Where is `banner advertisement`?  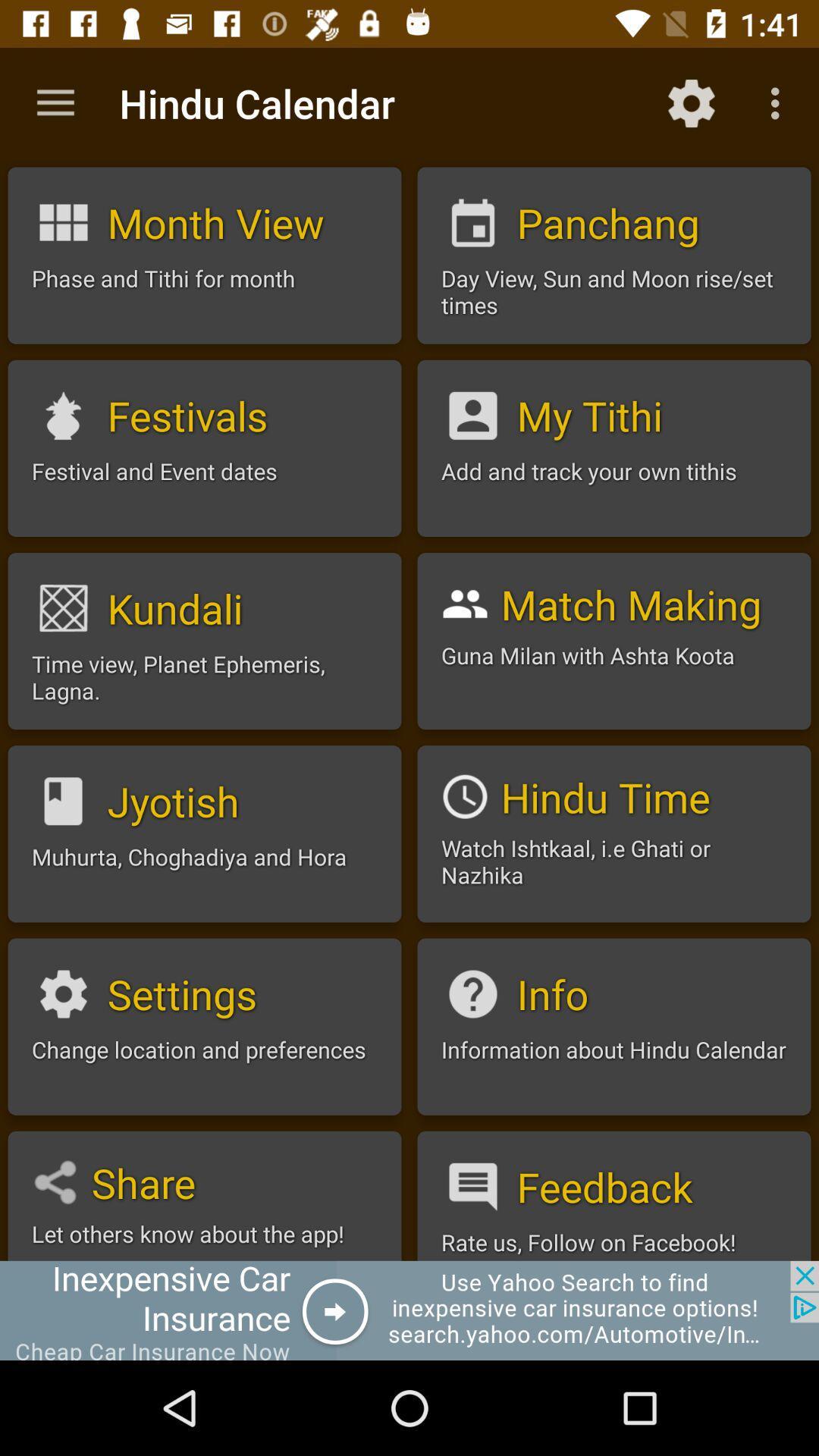 banner advertisement is located at coordinates (409, 1310).